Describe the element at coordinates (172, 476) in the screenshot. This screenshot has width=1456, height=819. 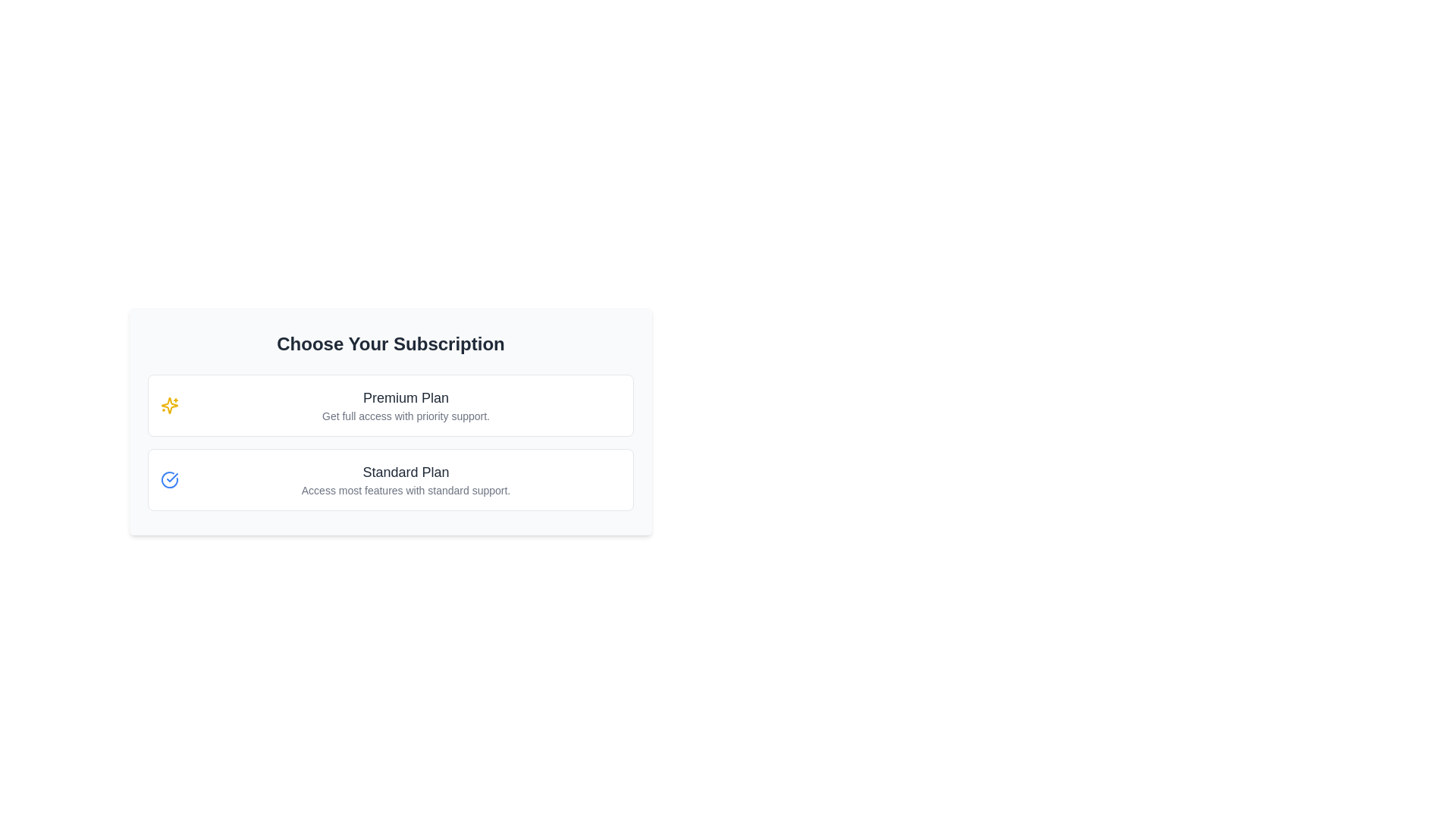
I see `the graphical representation of the blue checkmark icon located within a larger circular icon near the bottom left segment next to the 'Standard Plan' text` at that location.